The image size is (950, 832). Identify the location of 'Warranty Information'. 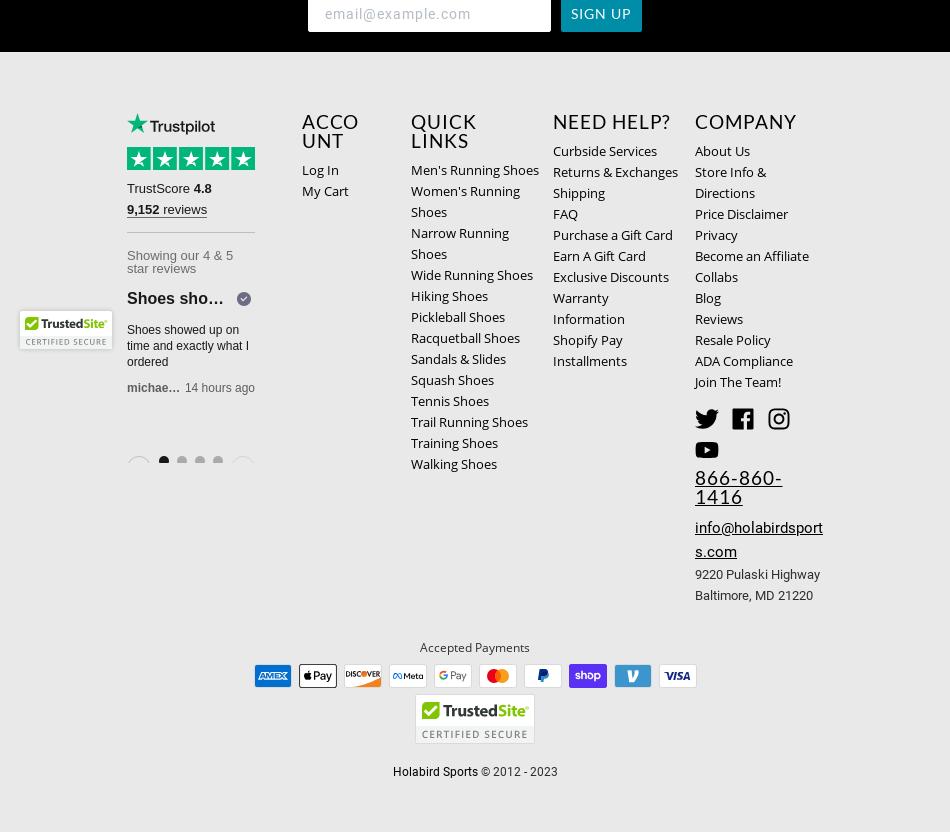
(589, 307).